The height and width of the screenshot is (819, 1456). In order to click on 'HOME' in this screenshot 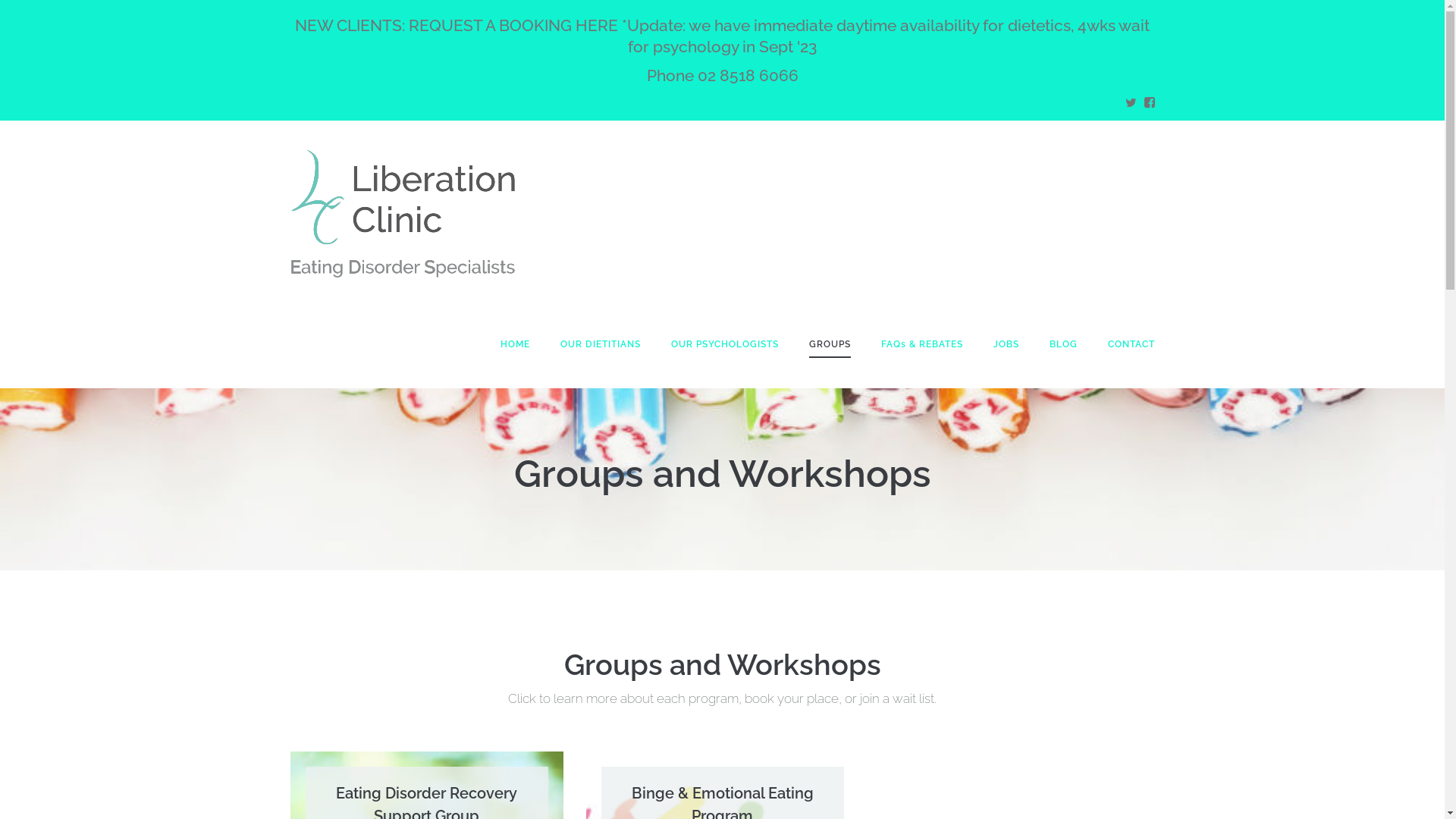, I will do `click(515, 343)`.